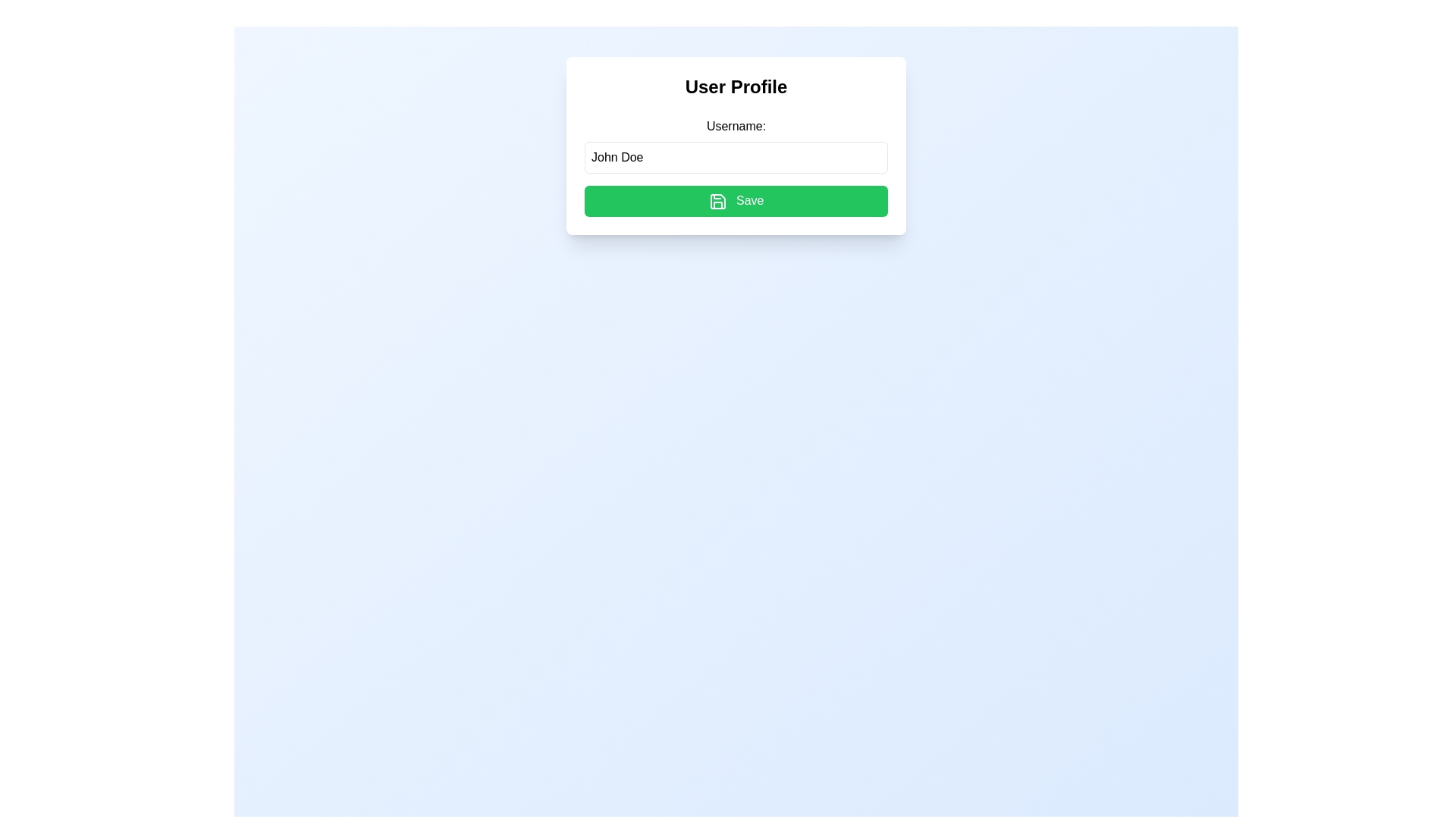  I want to click on text block stating 'User Profile' which is displayed in a bold and large font size at the top of a white card, so click(736, 87).